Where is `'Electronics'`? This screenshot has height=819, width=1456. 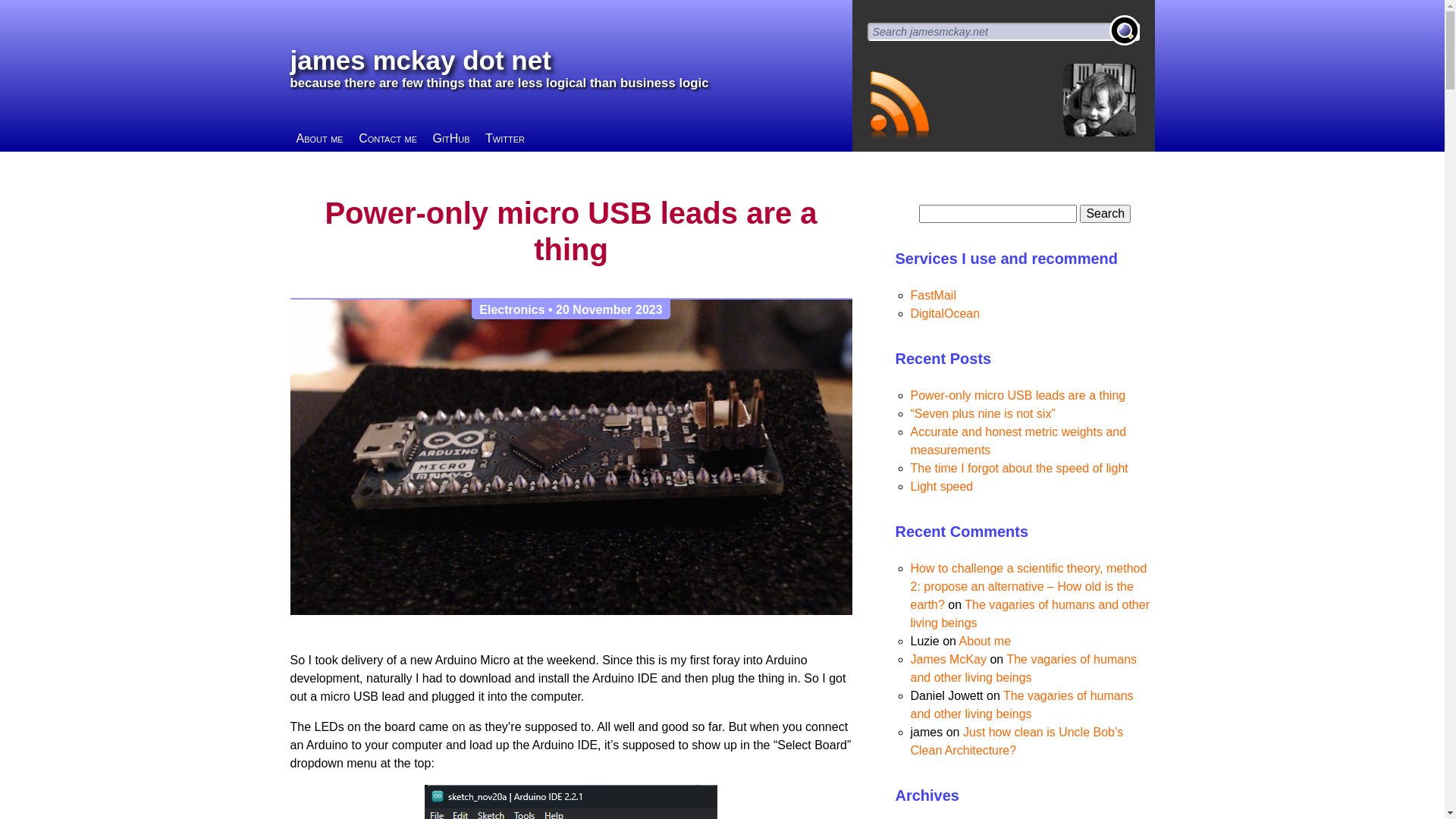 'Electronics' is located at coordinates (512, 309).